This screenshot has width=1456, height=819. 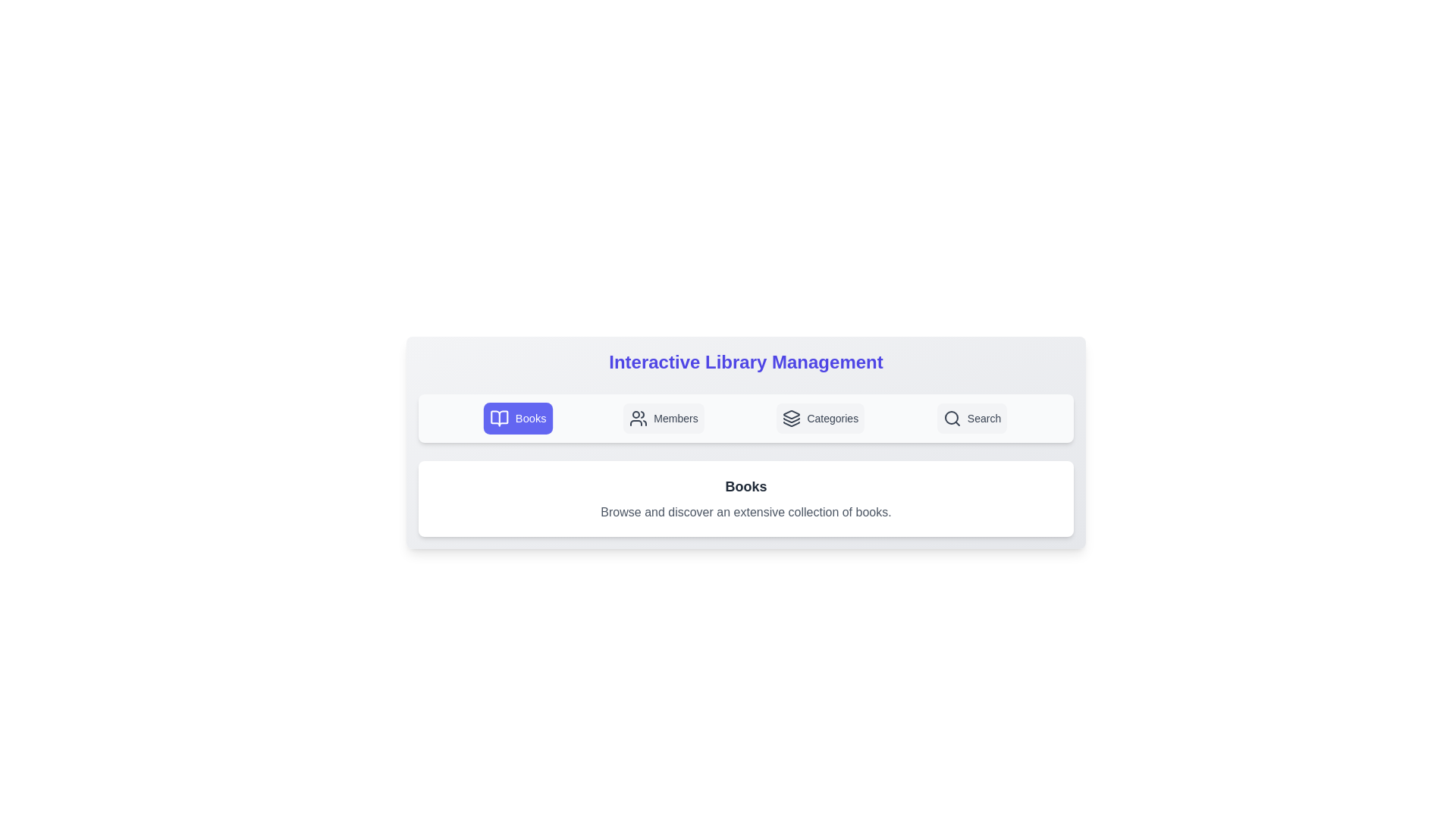 I want to click on the 'Books' text label located in the horizontal menu bar, right of the book icon, so click(x=531, y=418).